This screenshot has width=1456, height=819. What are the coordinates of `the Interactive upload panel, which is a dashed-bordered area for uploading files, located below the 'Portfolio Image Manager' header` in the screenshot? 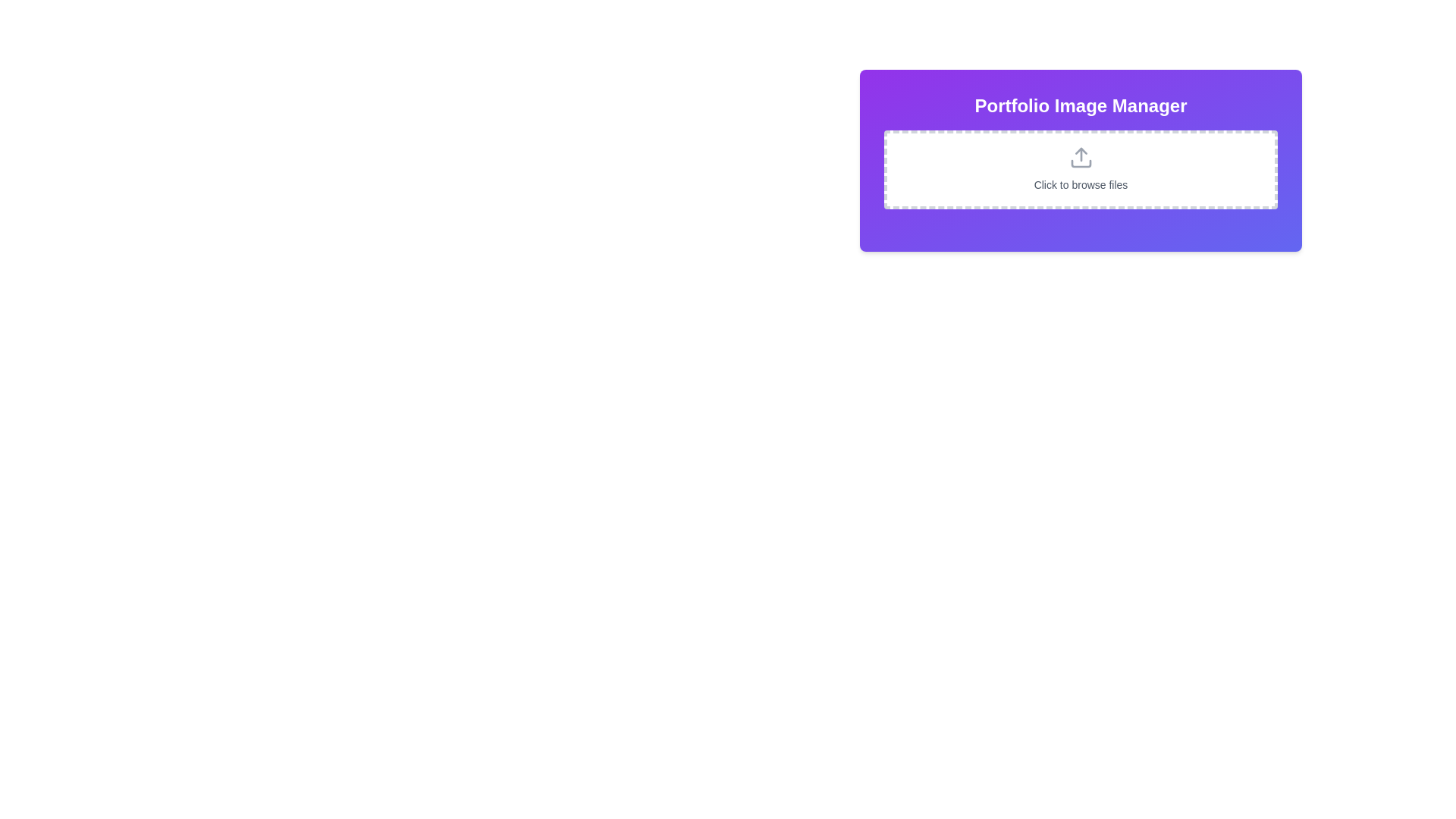 It's located at (1080, 161).